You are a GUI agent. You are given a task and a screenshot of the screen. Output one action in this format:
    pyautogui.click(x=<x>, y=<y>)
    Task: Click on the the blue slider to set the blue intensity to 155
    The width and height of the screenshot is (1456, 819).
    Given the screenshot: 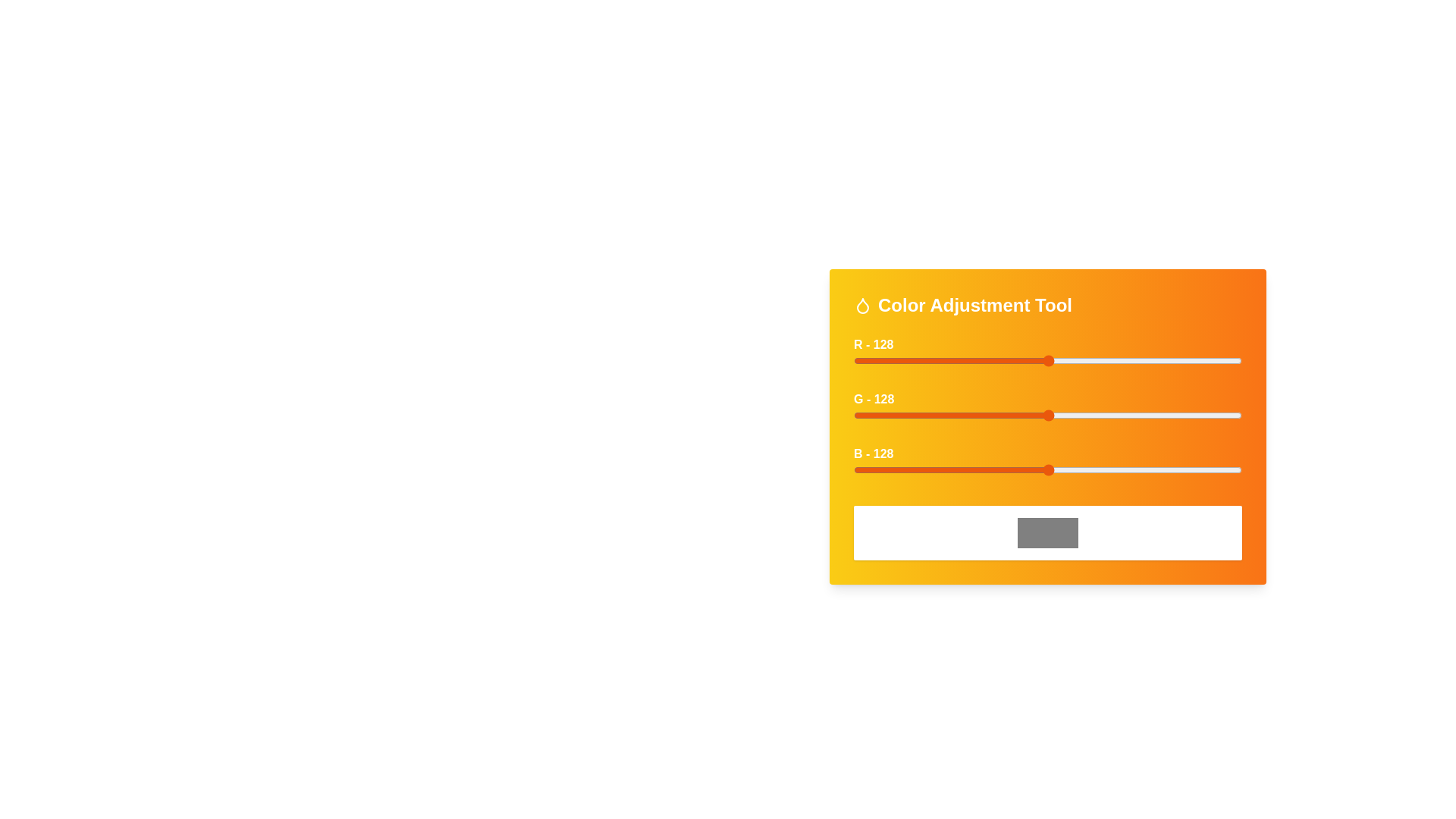 What is the action you would take?
    pyautogui.click(x=1089, y=469)
    